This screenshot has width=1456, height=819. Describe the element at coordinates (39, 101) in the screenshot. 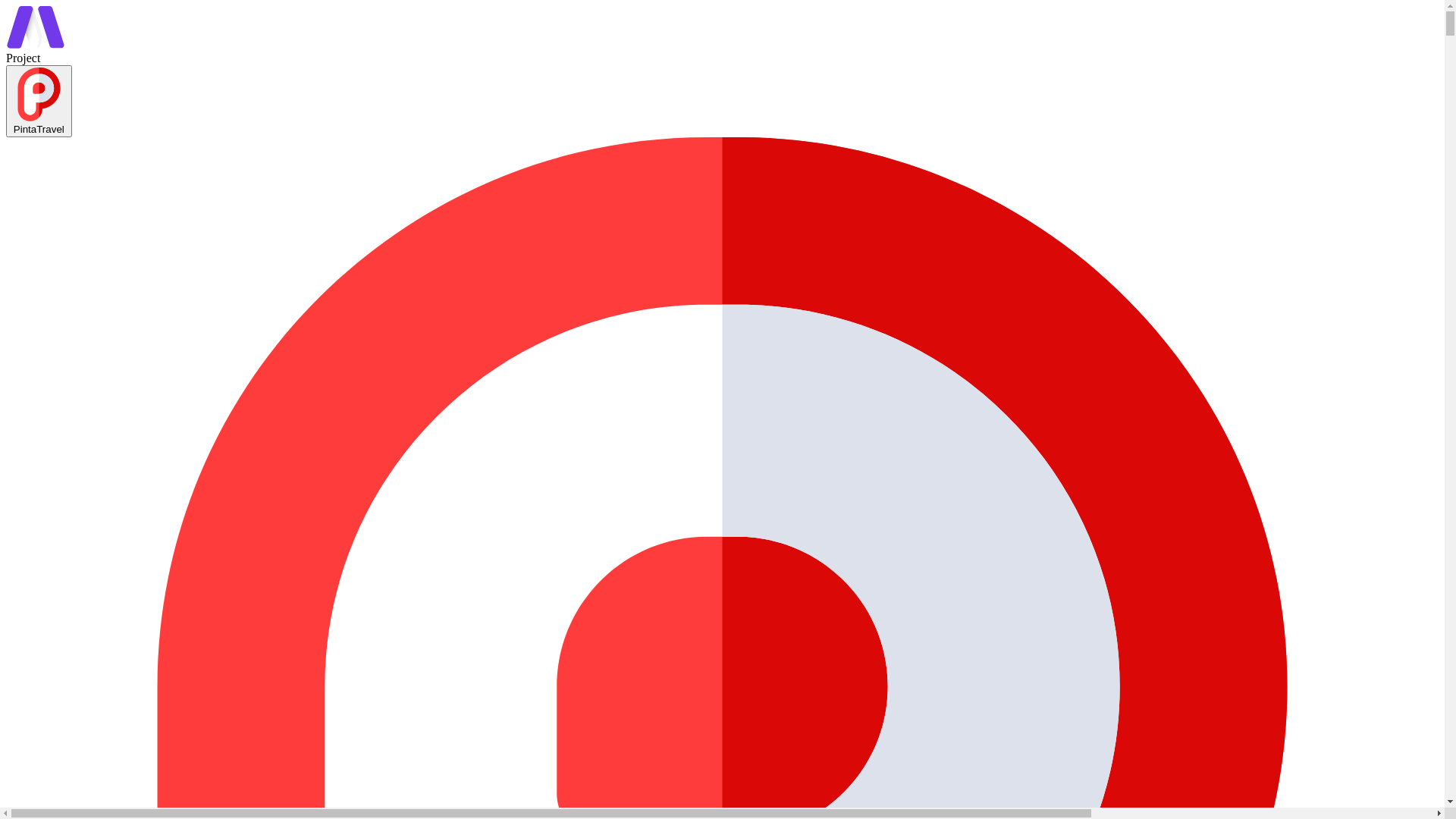

I see `'PintaTravel'` at that location.